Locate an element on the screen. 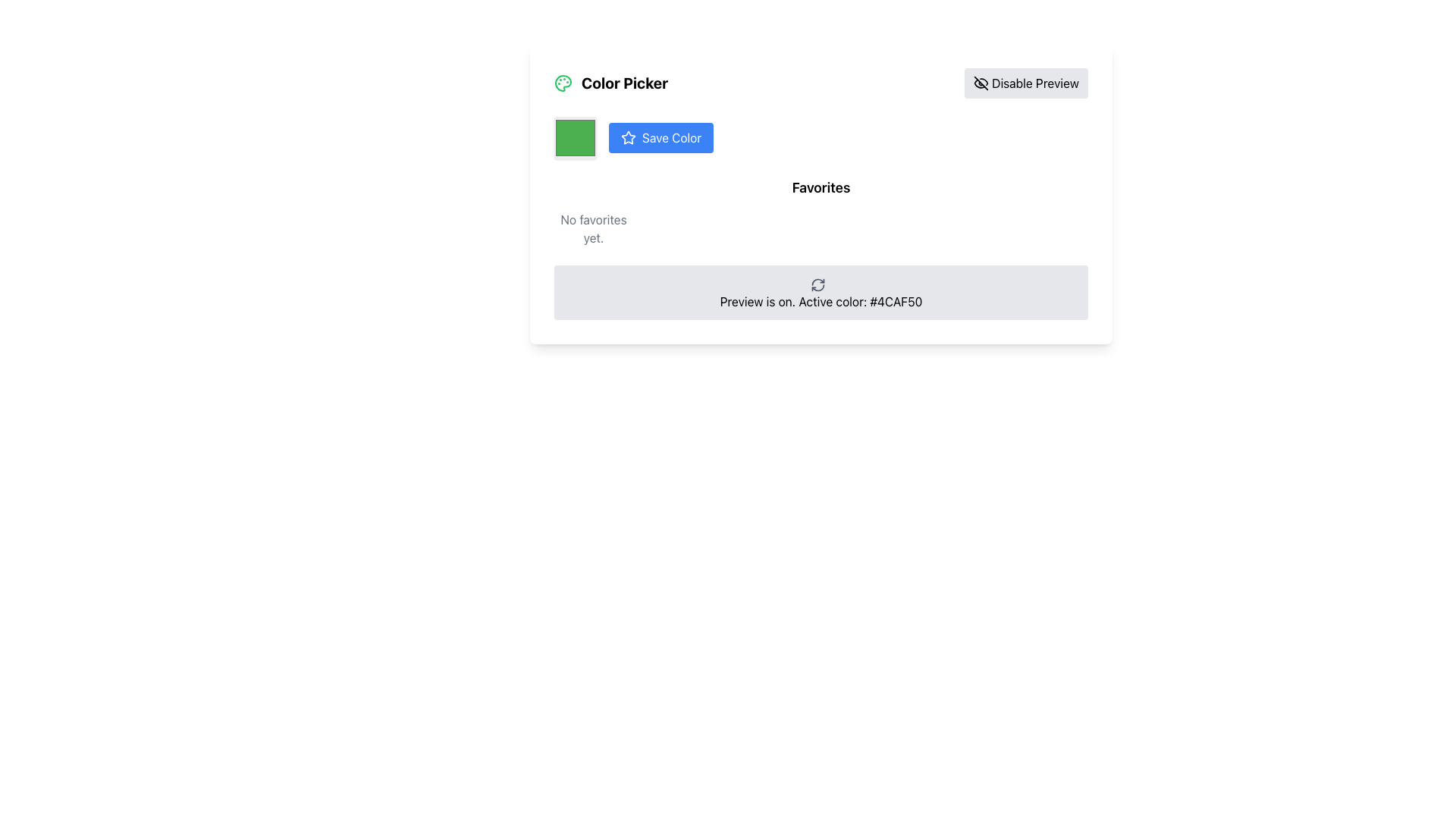  the 'refresh' or 'reload' icon segment, which is part of a circular arrow design and located in the top-left quadrant of the icon is located at coordinates (817, 281).